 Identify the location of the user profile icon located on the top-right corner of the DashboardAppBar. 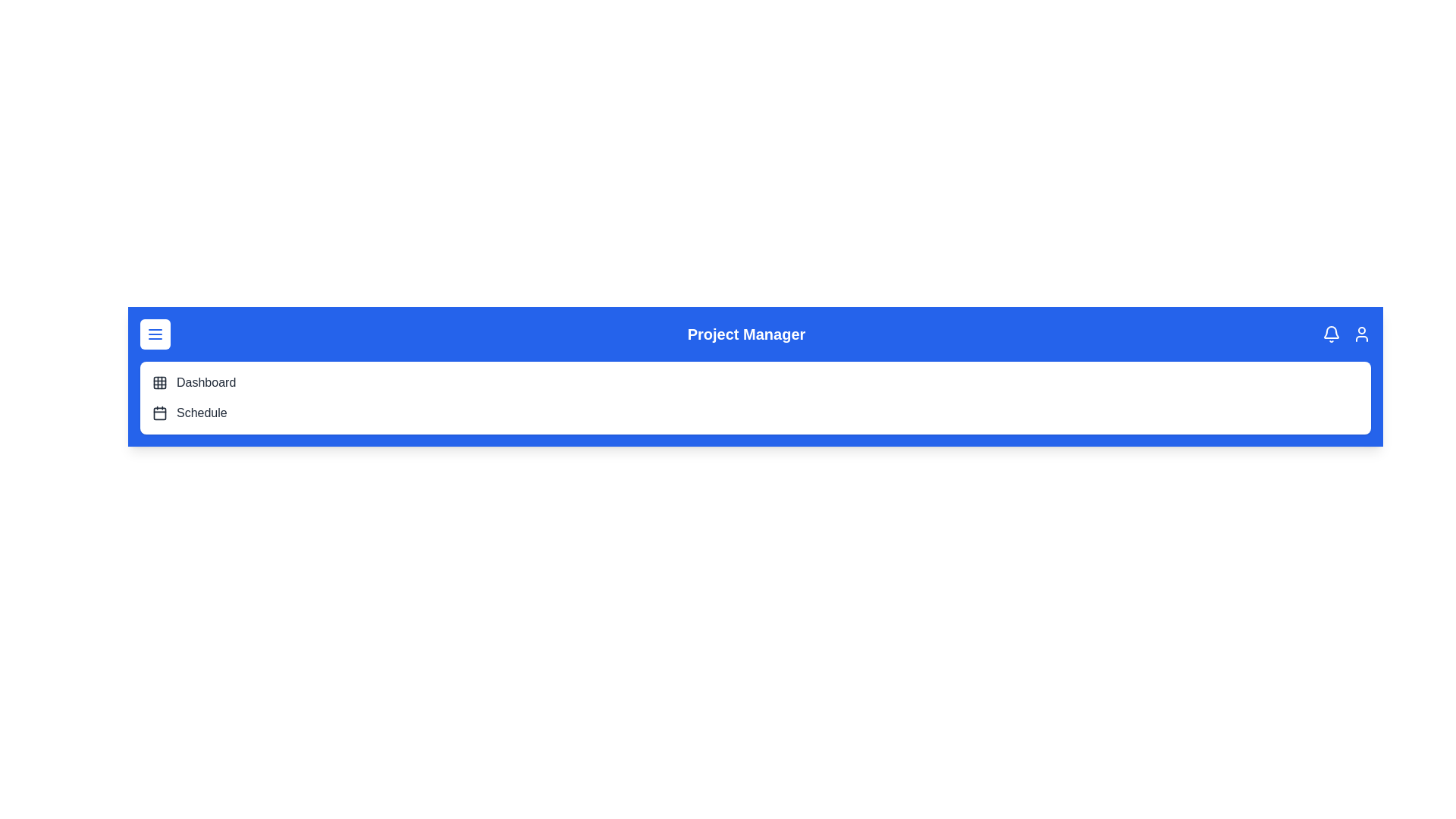
(1361, 333).